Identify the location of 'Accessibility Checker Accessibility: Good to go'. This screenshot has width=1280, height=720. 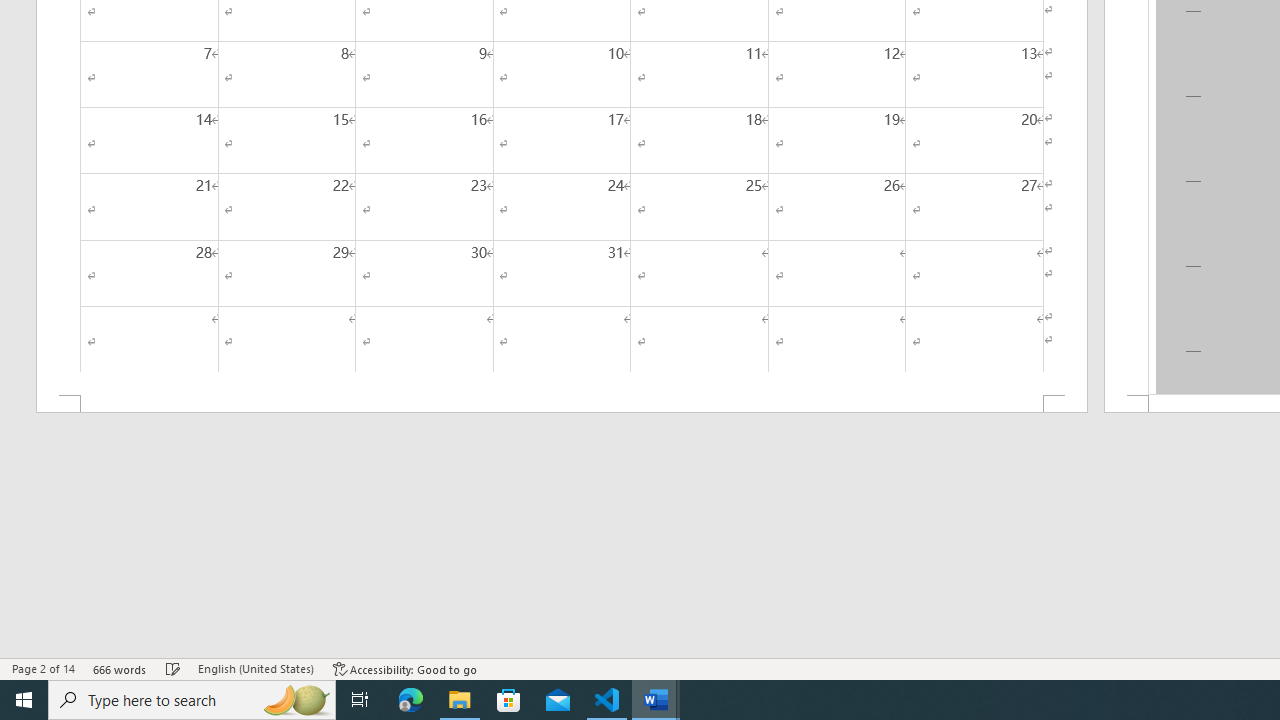
(404, 669).